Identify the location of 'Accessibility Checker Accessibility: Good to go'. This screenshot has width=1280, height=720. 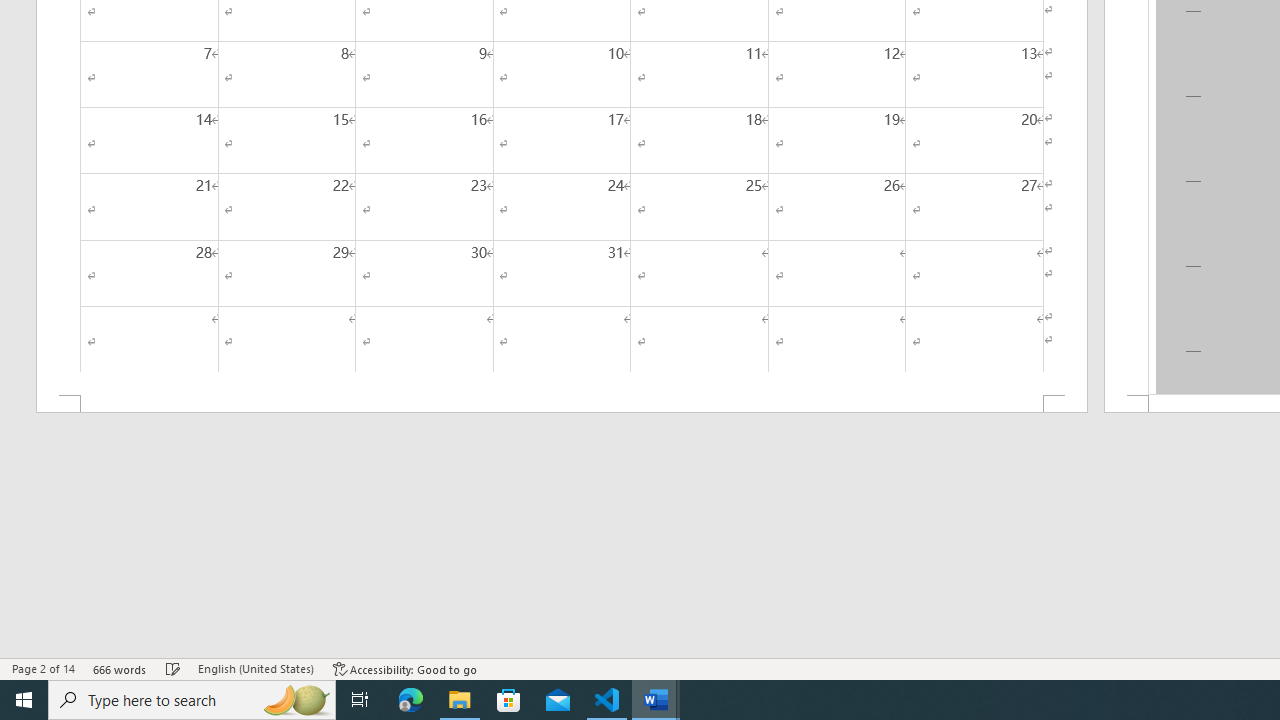
(404, 669).